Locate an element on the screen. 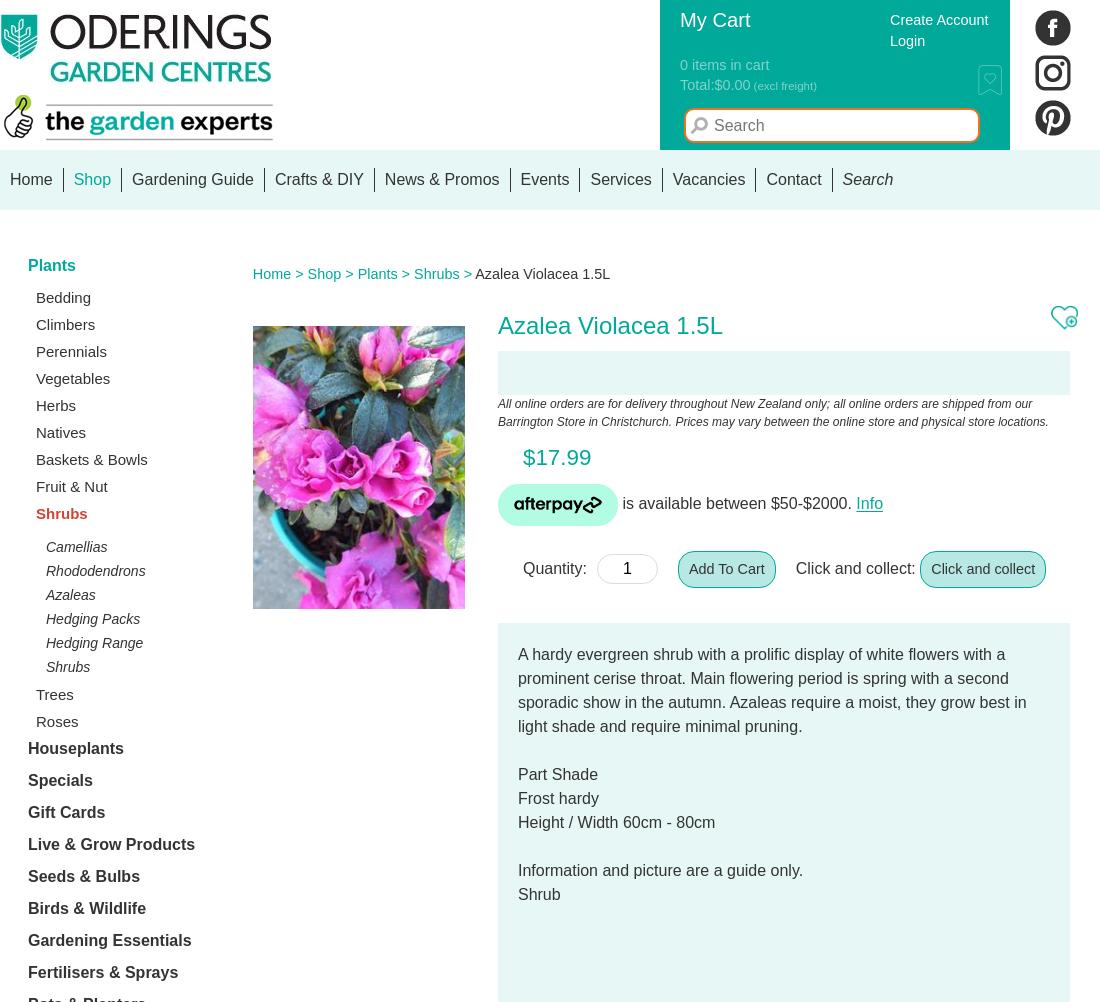 Image resolution: width=1100 pixels, height=1002 pixels. 'Live & Grow Products' is located at coordinates (111, 844).